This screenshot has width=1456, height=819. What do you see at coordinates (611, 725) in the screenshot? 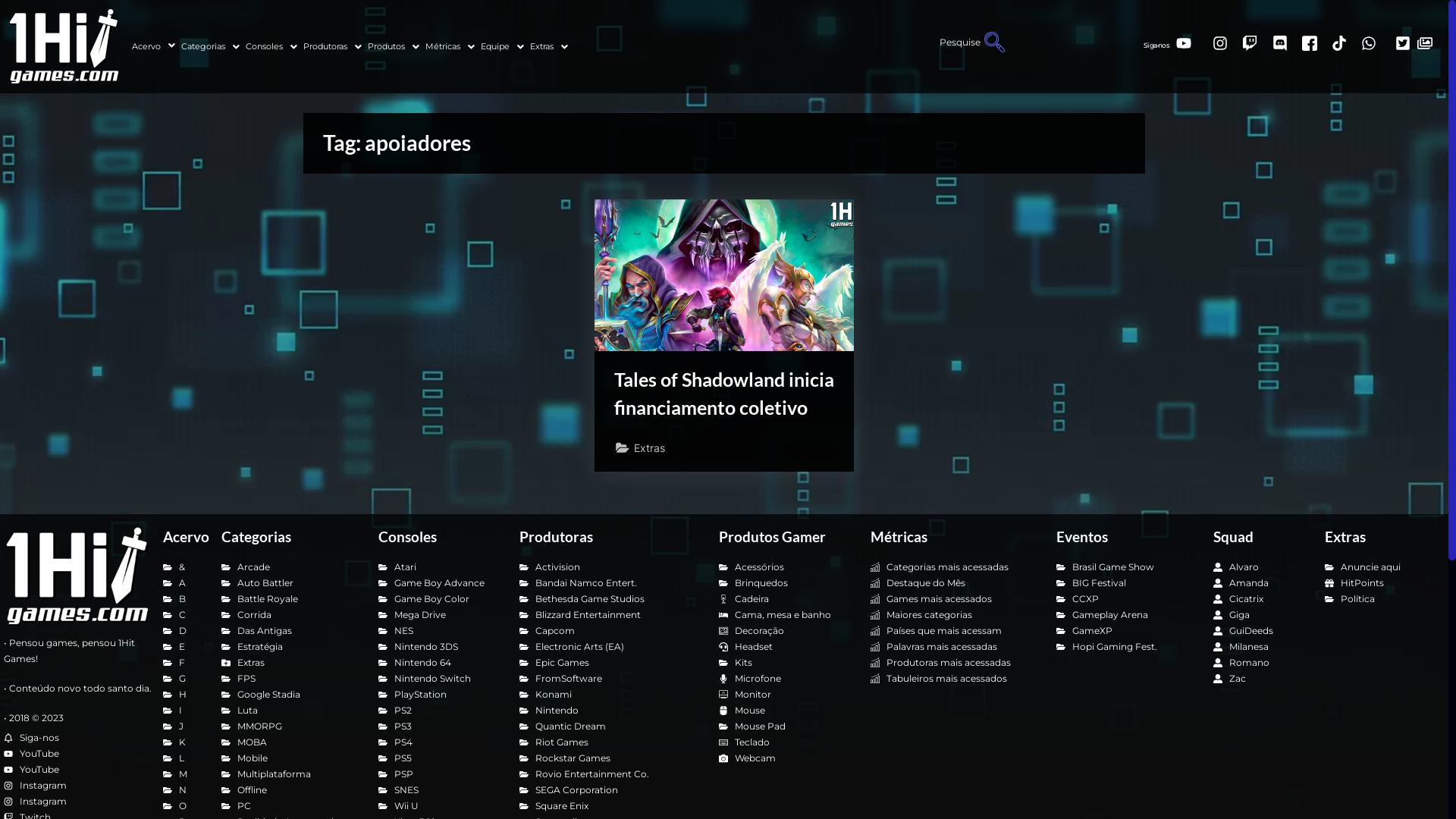
I see `'Quantic Dream'` at bounding box center [611, 725].